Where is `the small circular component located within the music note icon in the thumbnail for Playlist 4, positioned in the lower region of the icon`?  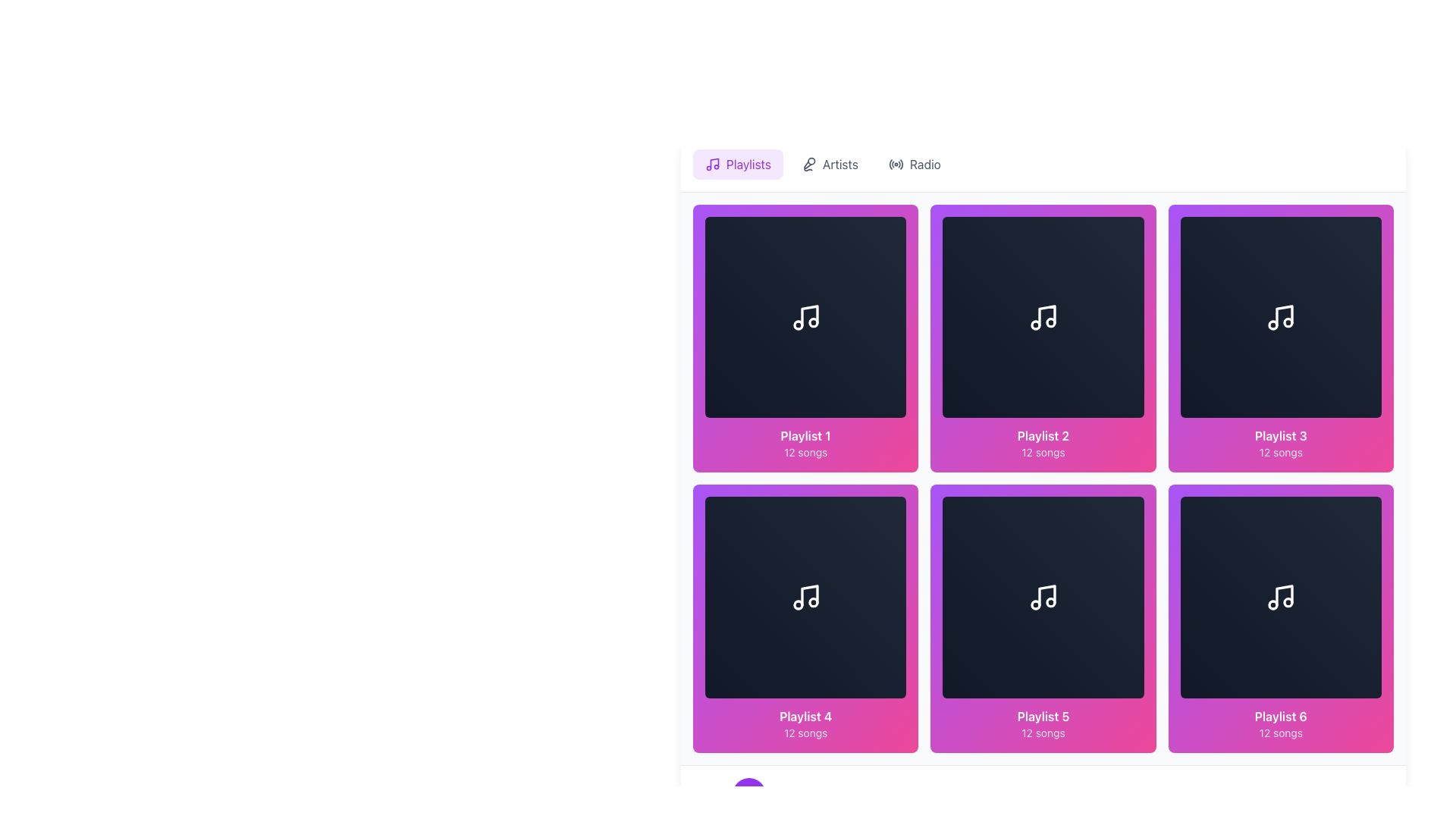
the small circular component located within the music note icon in the thumbnail for Playlist 4, positioned in the lower region of the icon is located at coordinates (812, 601).